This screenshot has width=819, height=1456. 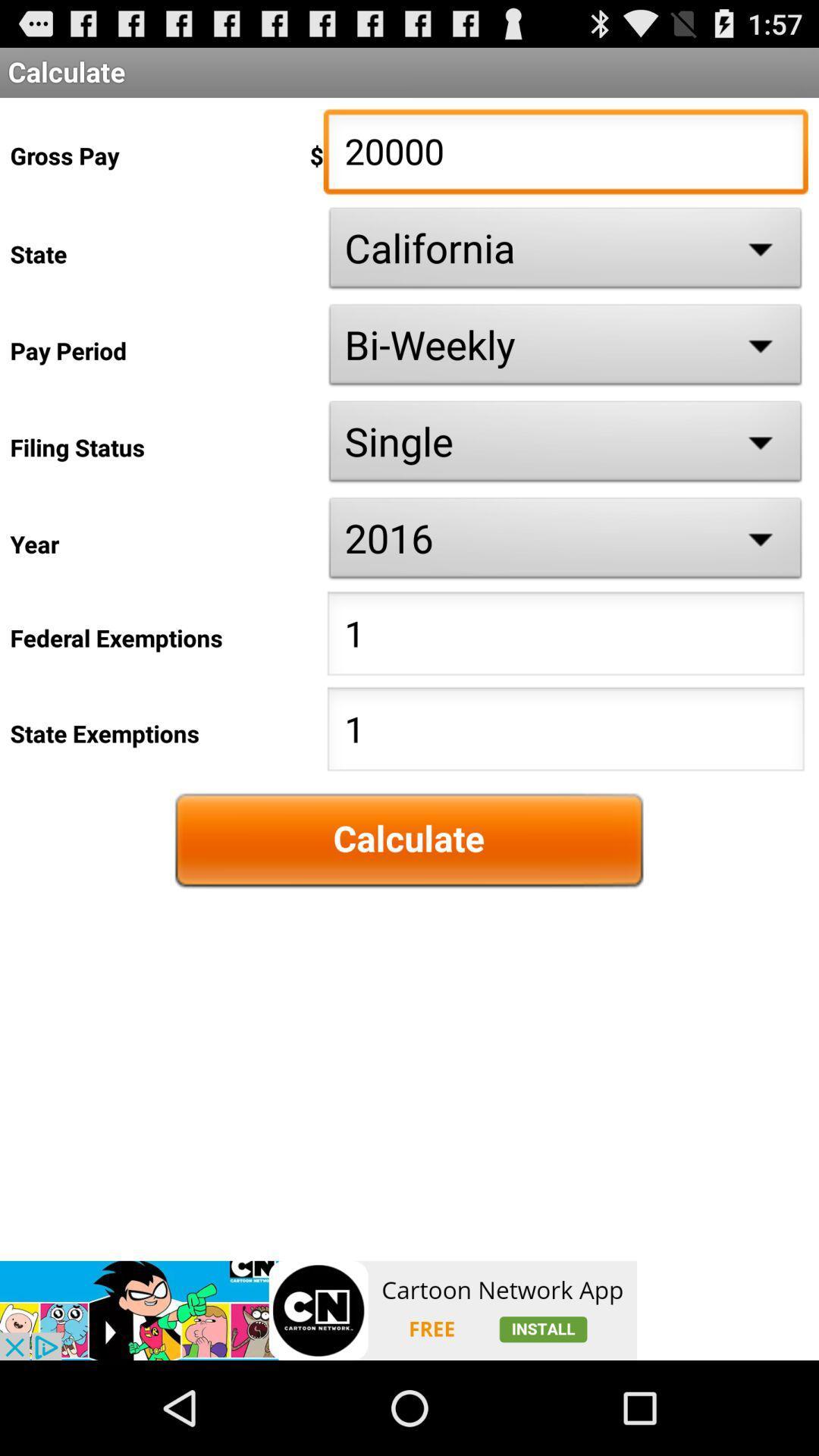 I want to click on advertisement, so click(x=318, y=1310).